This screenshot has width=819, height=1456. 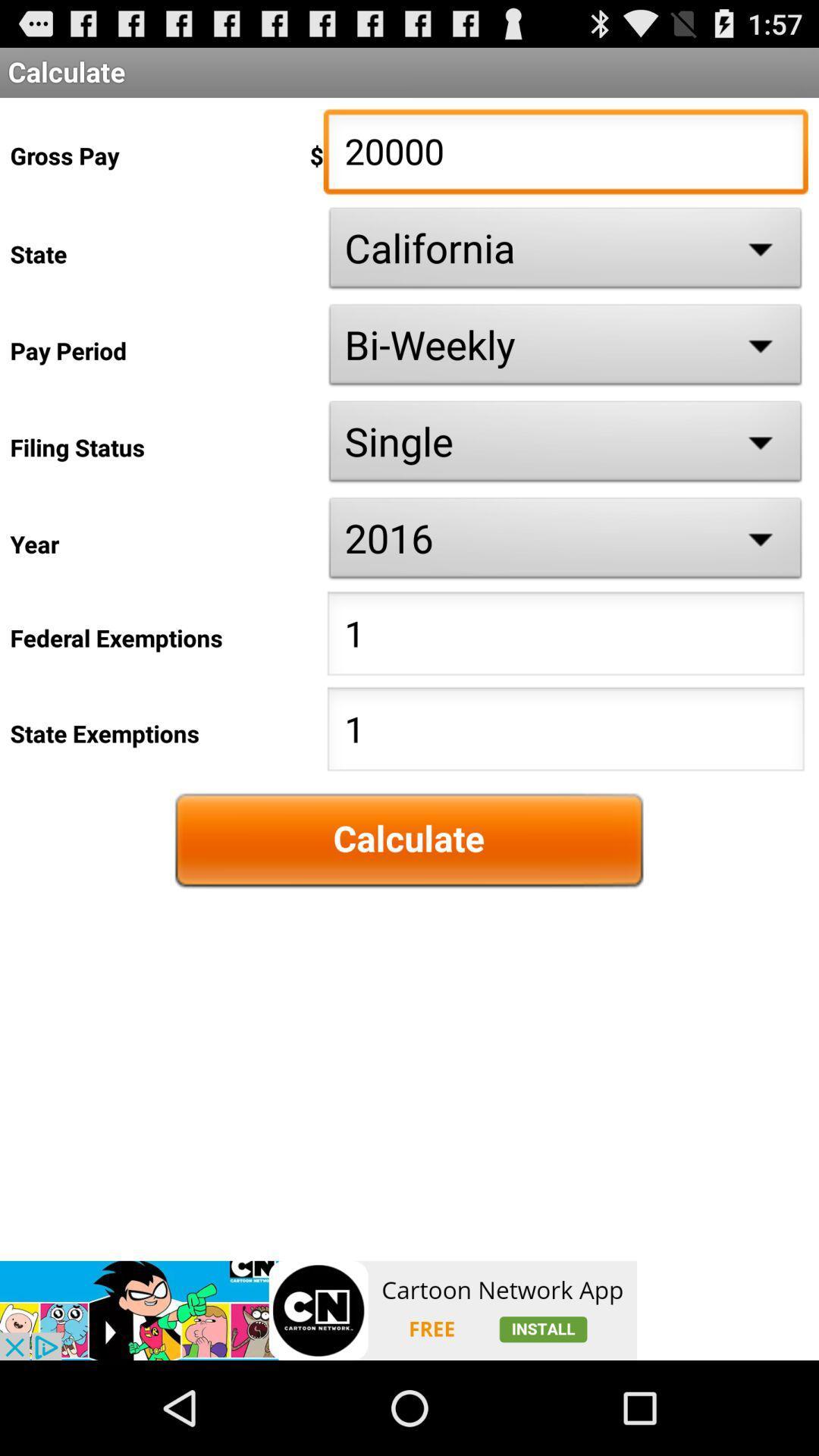 I want to click on advertisement, so click(x=318, y=1310).